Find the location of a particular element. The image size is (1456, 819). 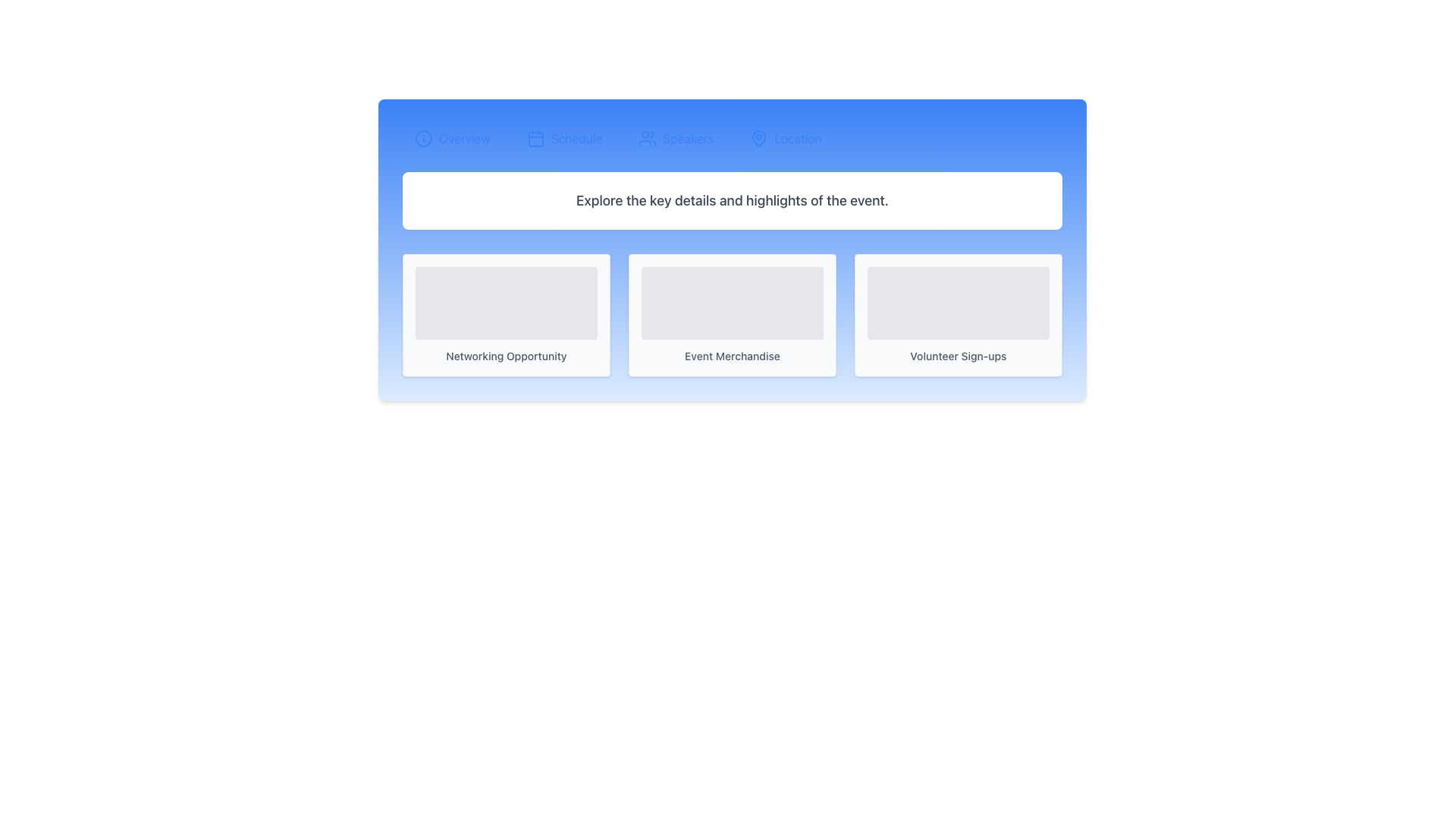

the 'Overview' button in the navigation bar is located at coordinates (451, 138).